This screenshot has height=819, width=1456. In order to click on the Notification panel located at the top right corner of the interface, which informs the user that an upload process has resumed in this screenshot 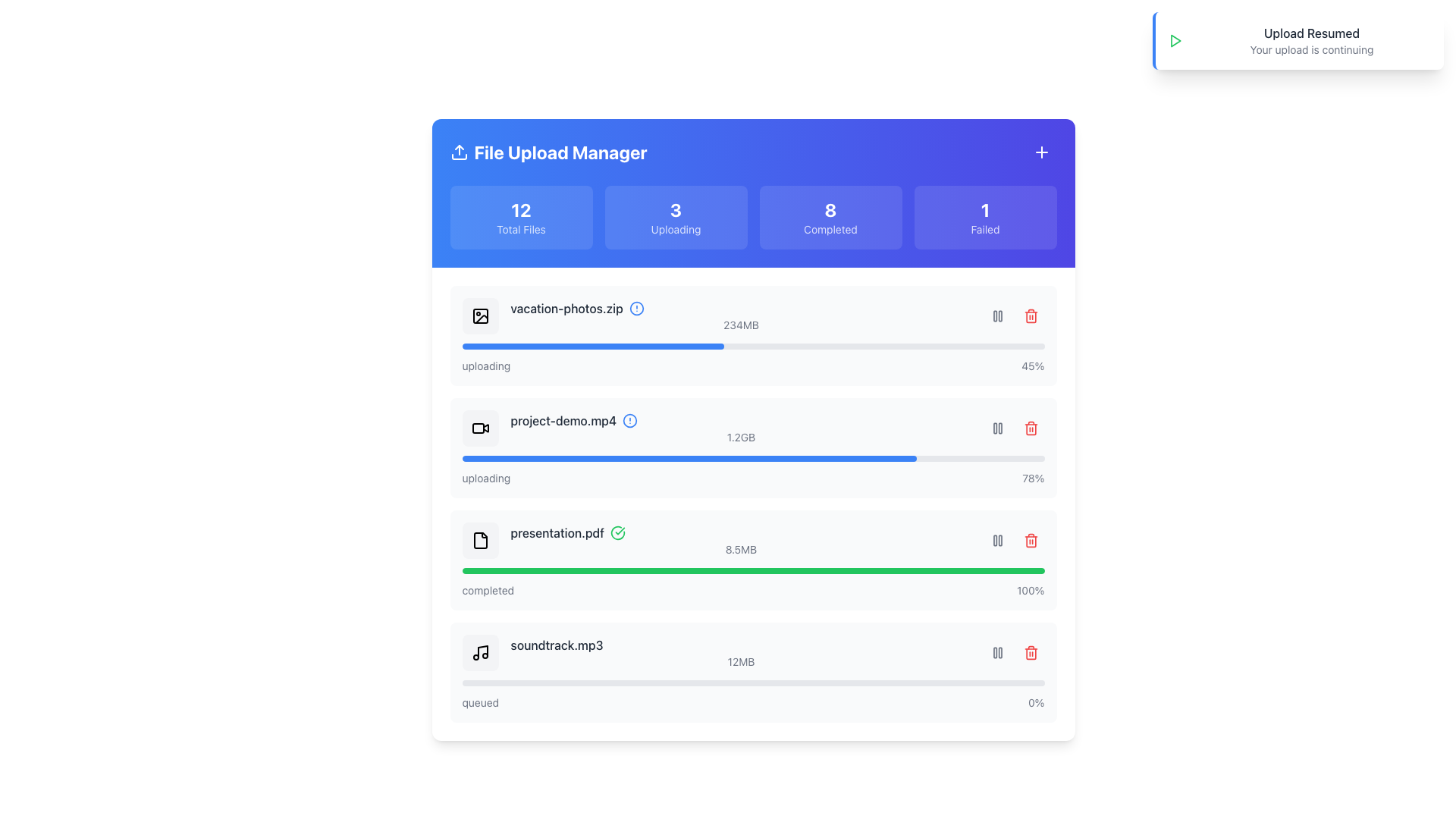, I will do `click(1298, 40)`.